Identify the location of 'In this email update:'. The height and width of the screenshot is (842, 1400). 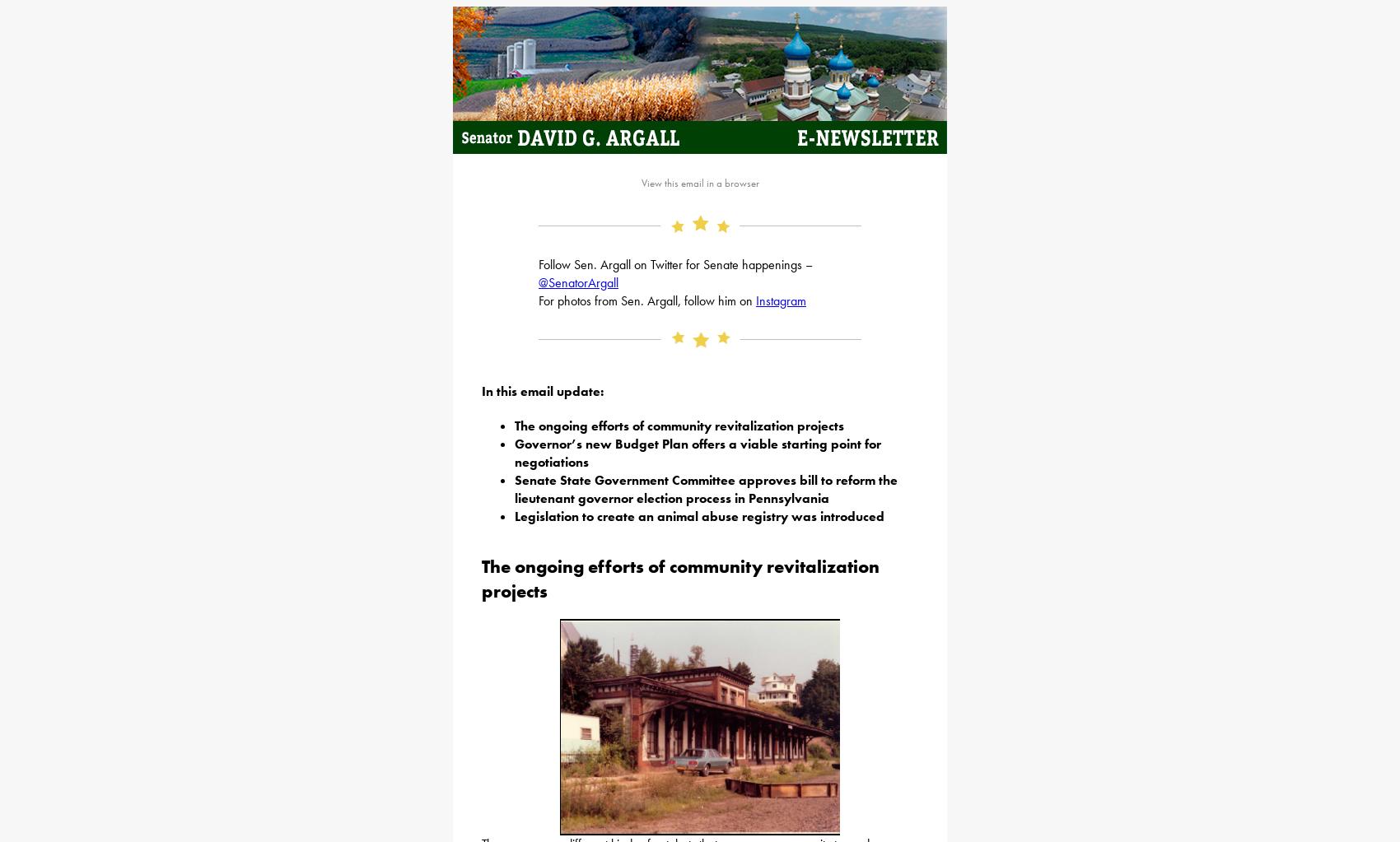
(542, 390).